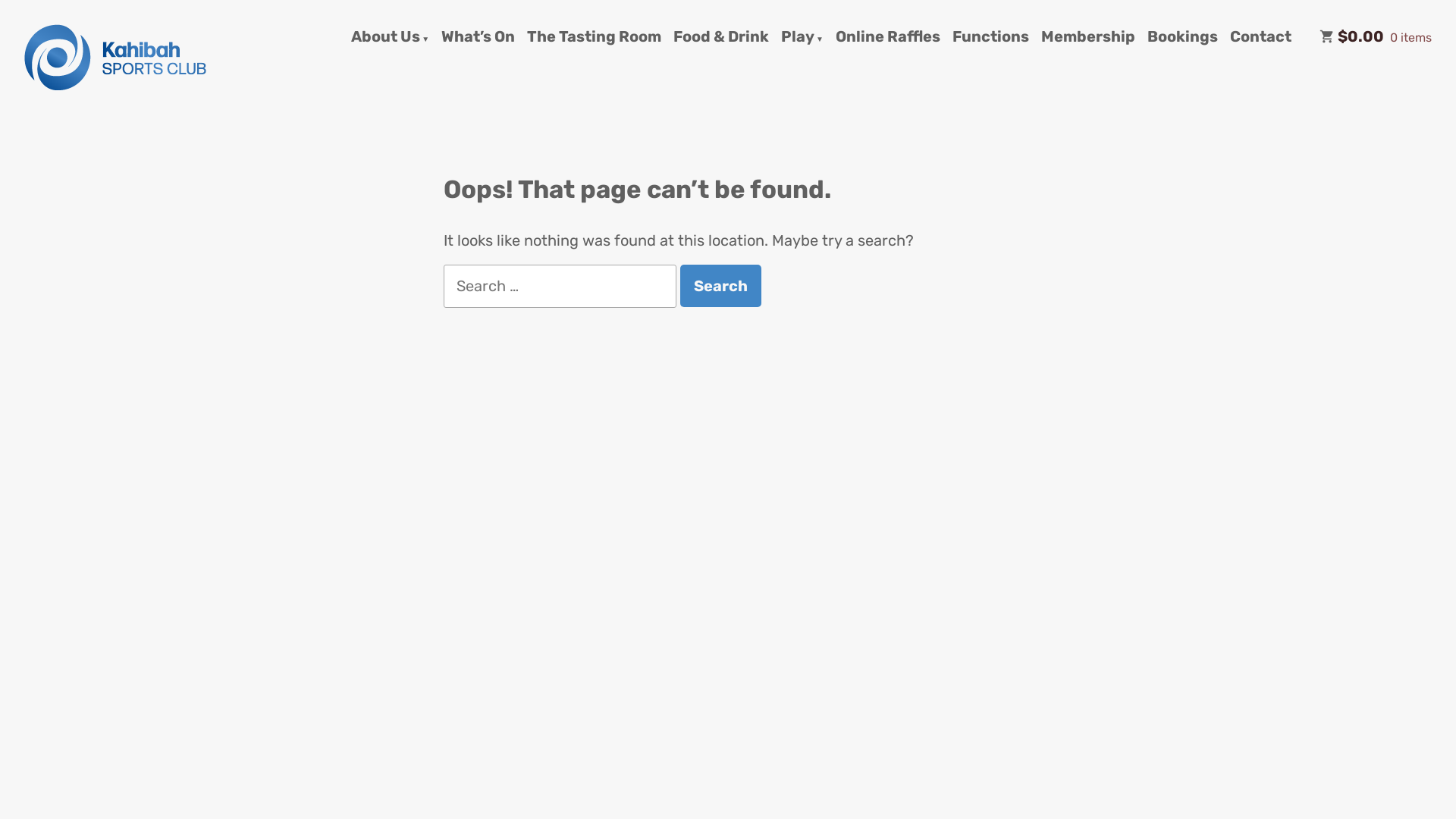  Describe the element at coordinates (990, 36) in the screenshot. I see `'Functions'` at that location.